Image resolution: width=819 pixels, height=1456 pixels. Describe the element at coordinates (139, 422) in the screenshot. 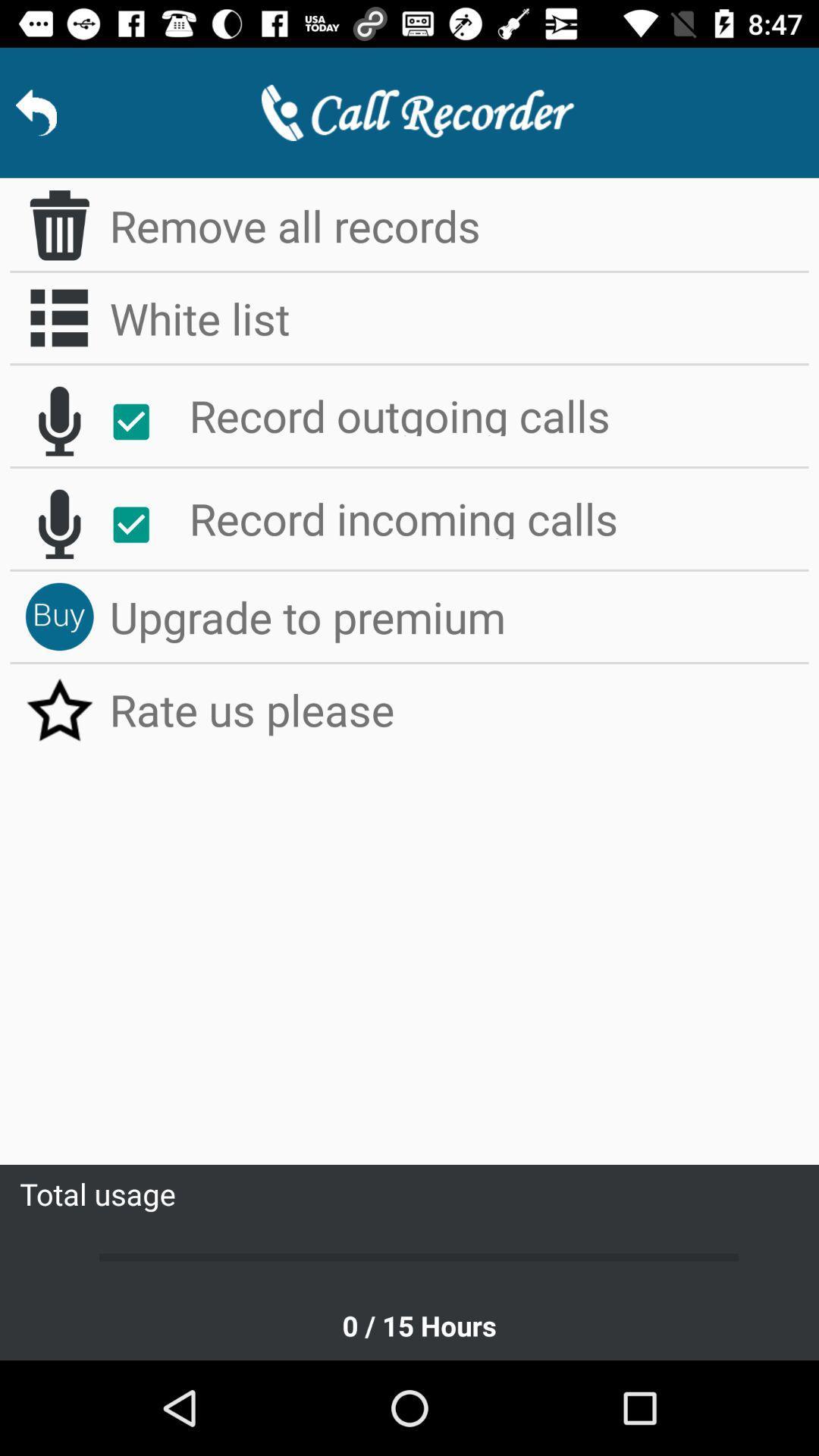

I see `button` at that location.